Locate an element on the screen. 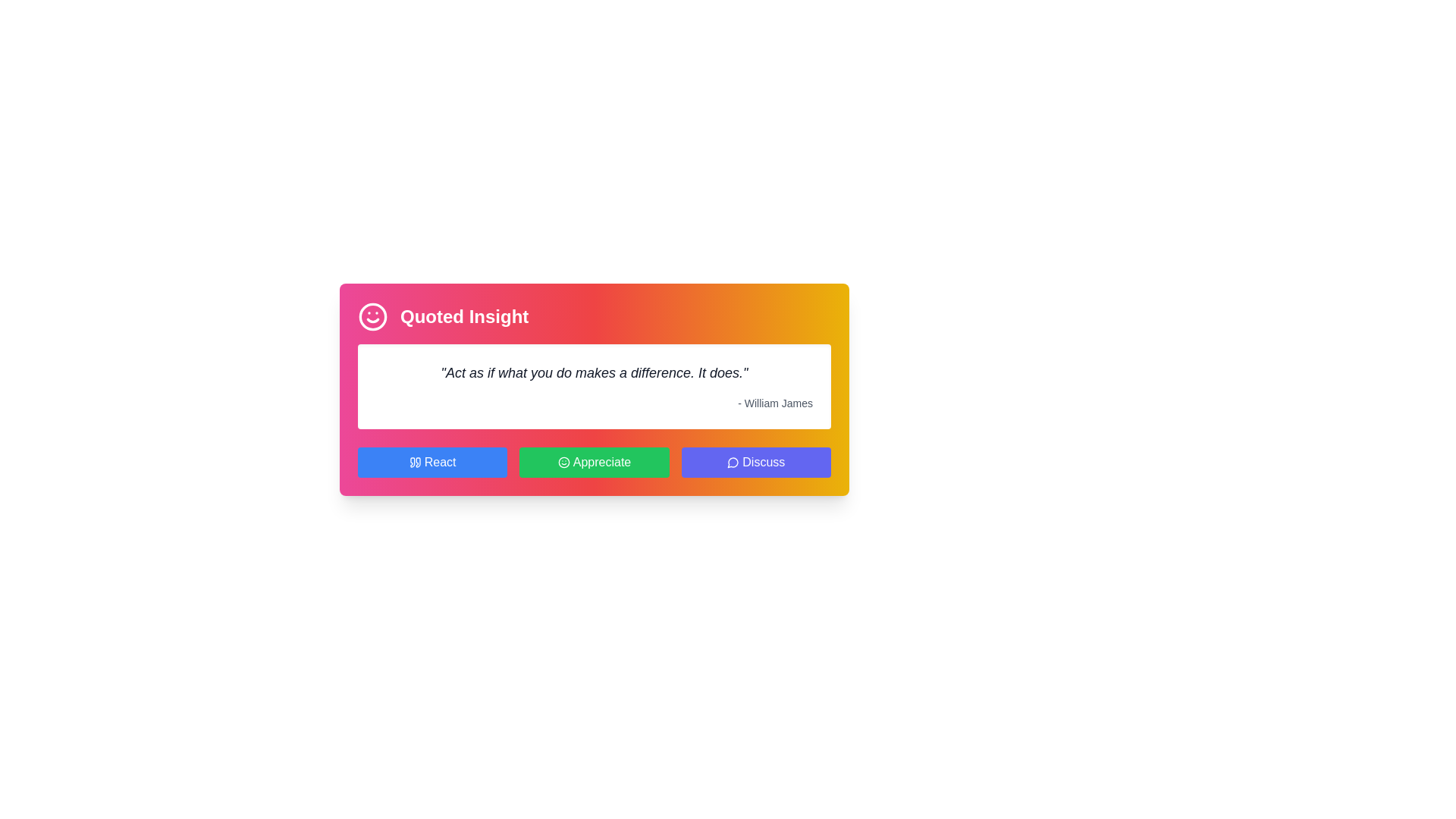 The height and width of the screenshot is (819, 1456). the second button in a row of three buttons located at the bottom of a card, positioned between the 'React' button and the 'Discuss' button is located at coordinates (593, 461).